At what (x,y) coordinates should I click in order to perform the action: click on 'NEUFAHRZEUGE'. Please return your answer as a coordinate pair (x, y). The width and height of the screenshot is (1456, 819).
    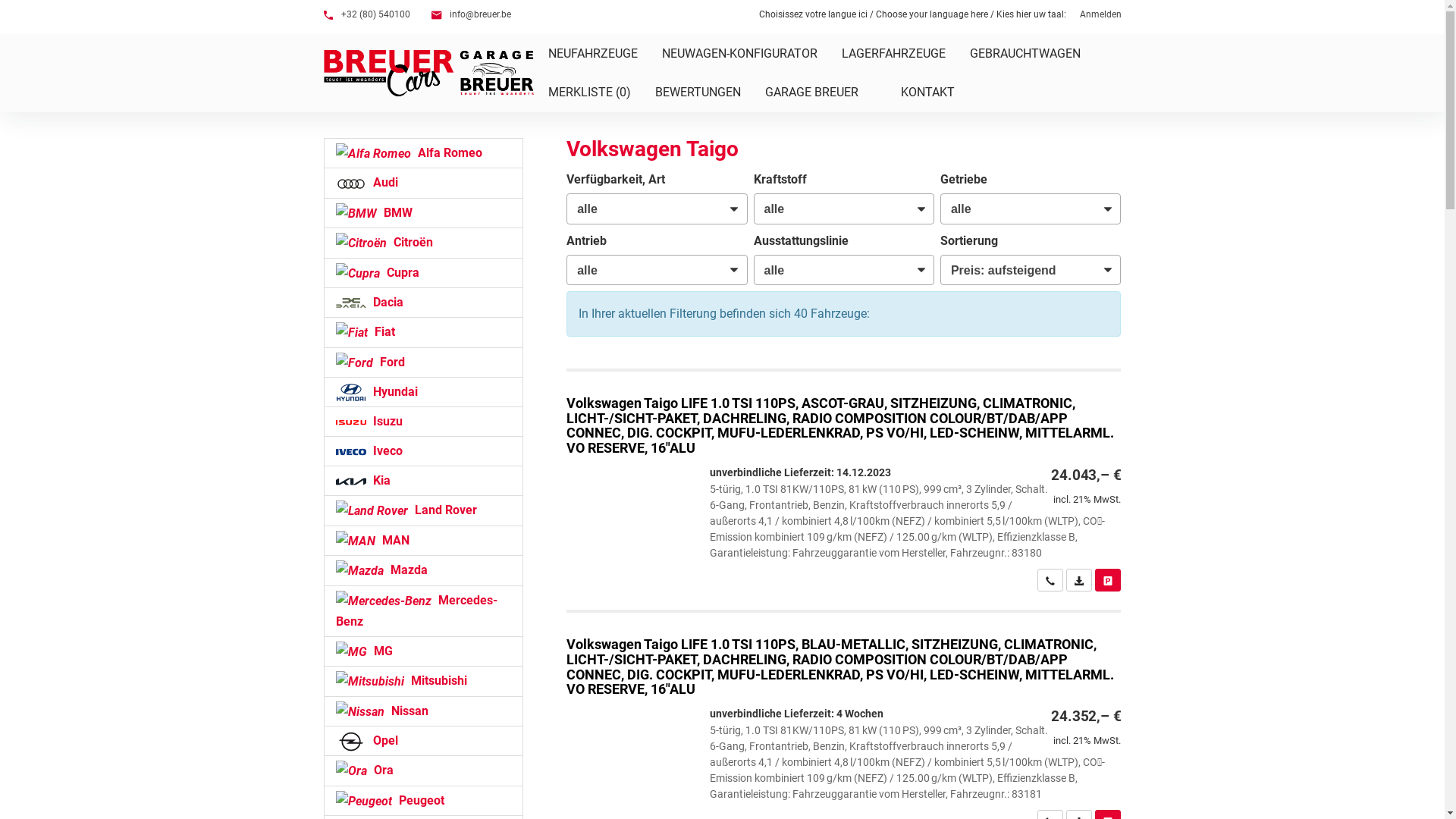
    Looking at the image, I should click on (591, 52).